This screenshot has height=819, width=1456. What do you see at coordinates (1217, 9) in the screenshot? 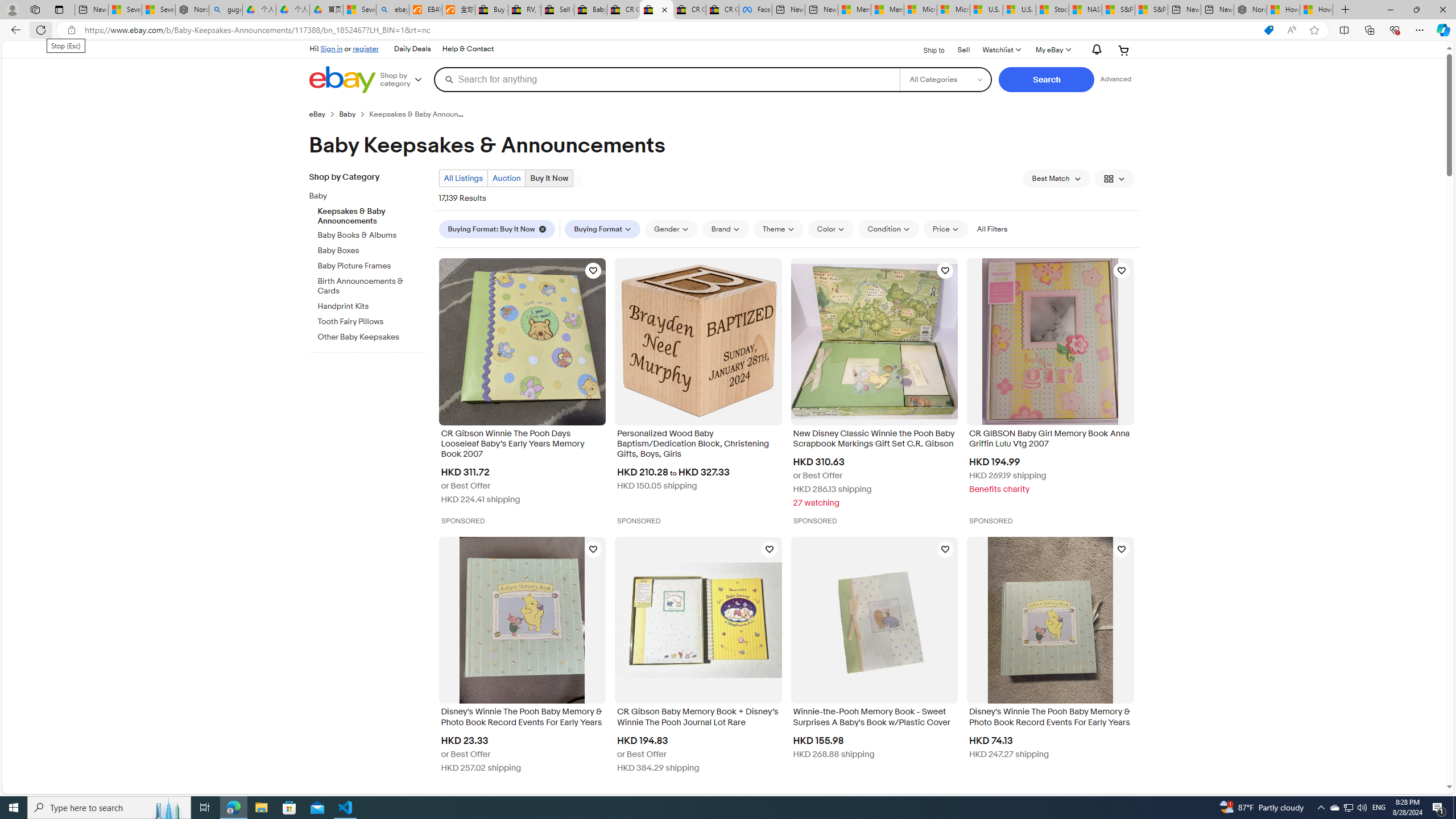
I see `'New tab'` at bounding box center [1217, 9].